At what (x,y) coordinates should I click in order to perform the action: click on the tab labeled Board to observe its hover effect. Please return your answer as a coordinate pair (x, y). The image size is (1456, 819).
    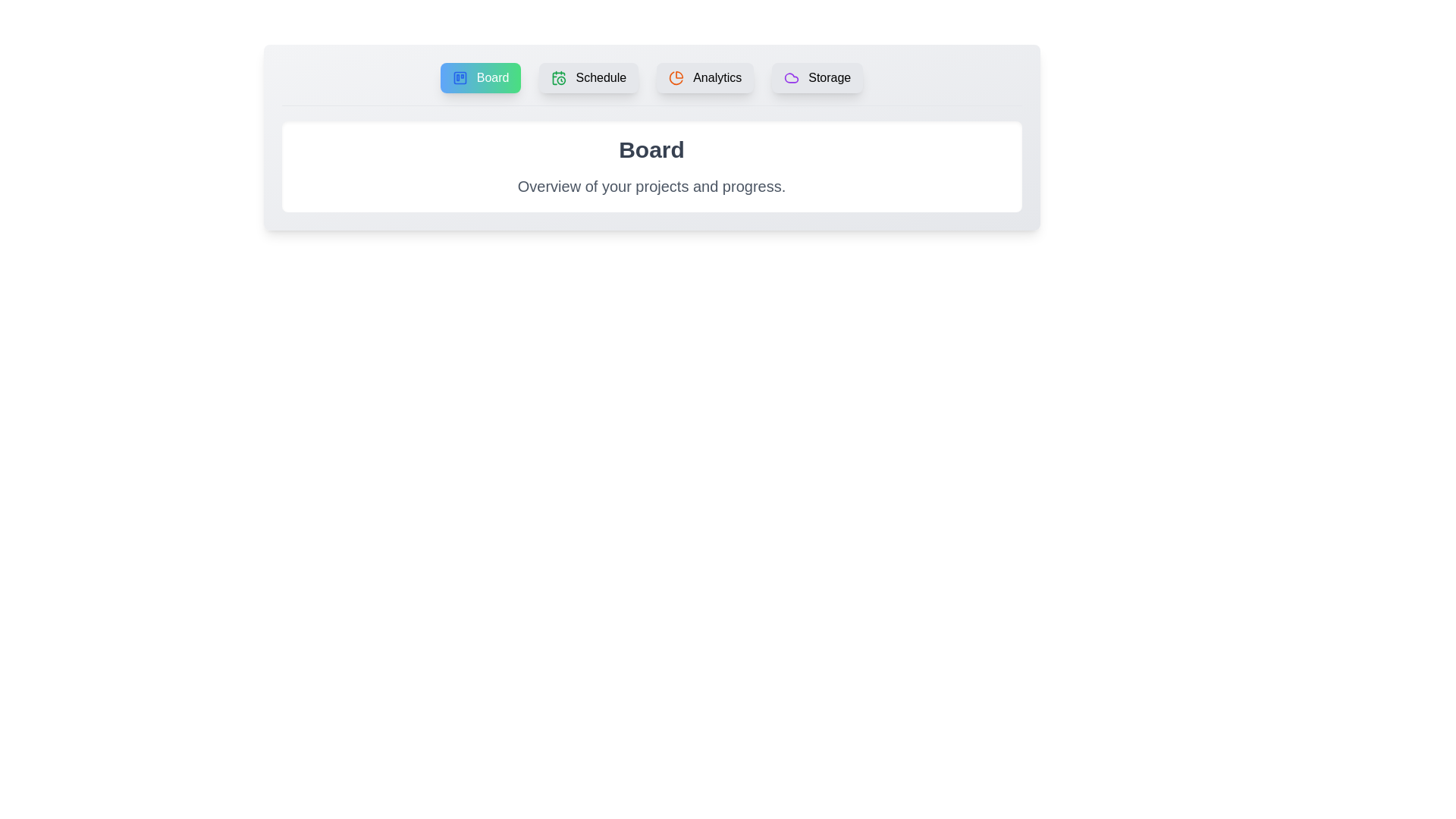
    Looking at the image, I should click on (479, 78).